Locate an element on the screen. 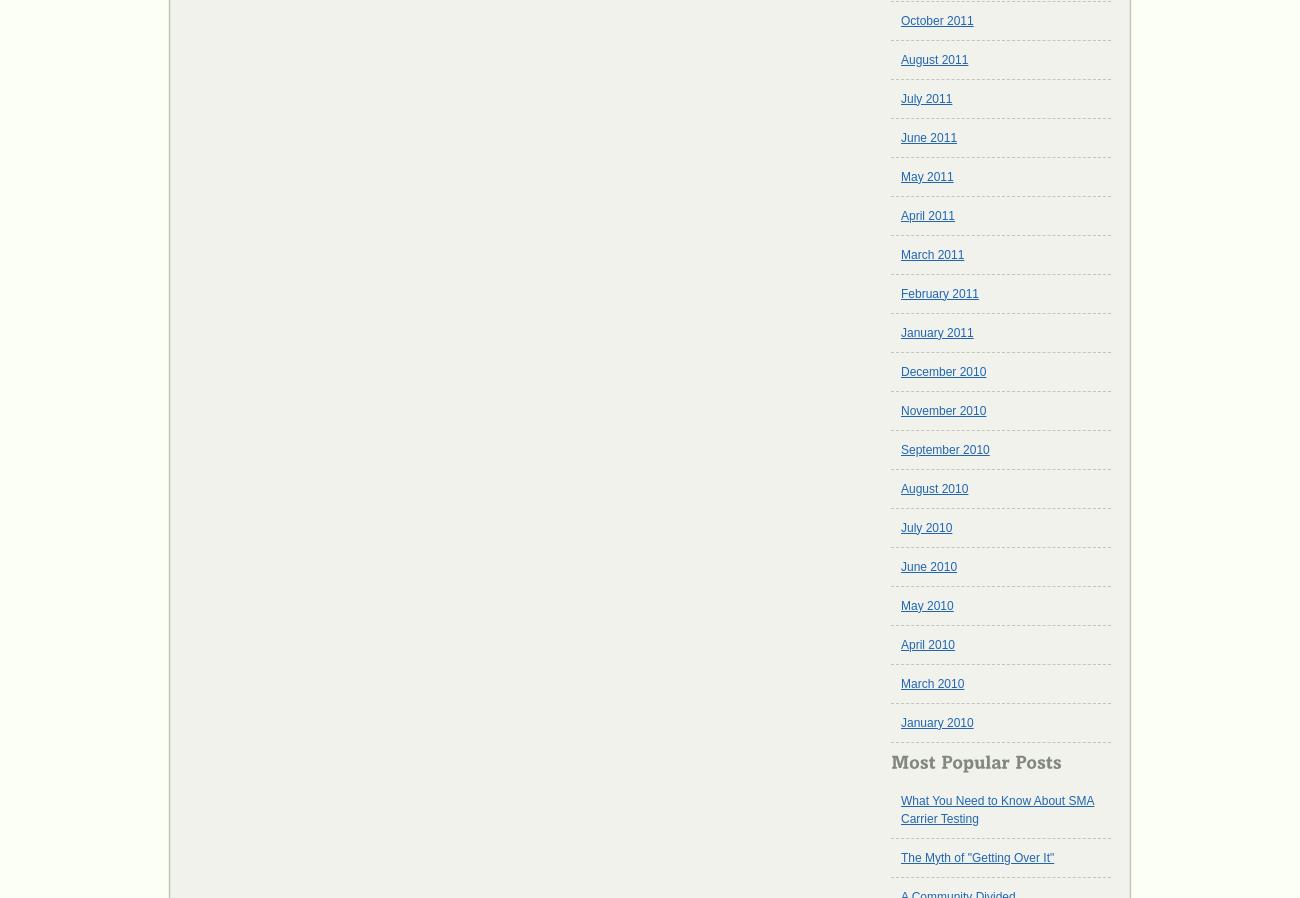 This screenshot has width=1300, height=898. 'November 2010' is located at coordinates (900, 410).